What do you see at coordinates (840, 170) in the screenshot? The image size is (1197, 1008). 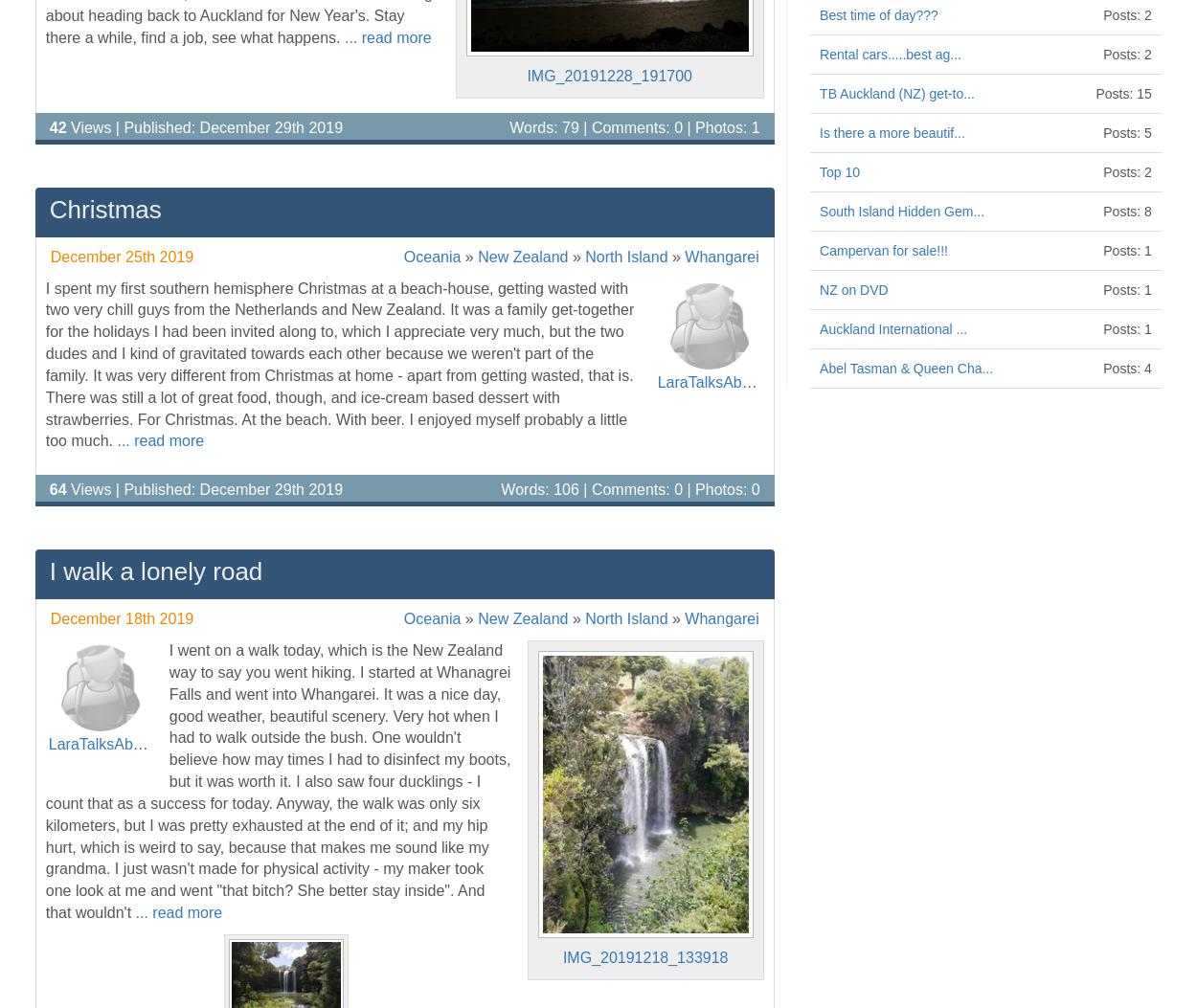 I see `'Top 10'` at bounding box center [840, 170].